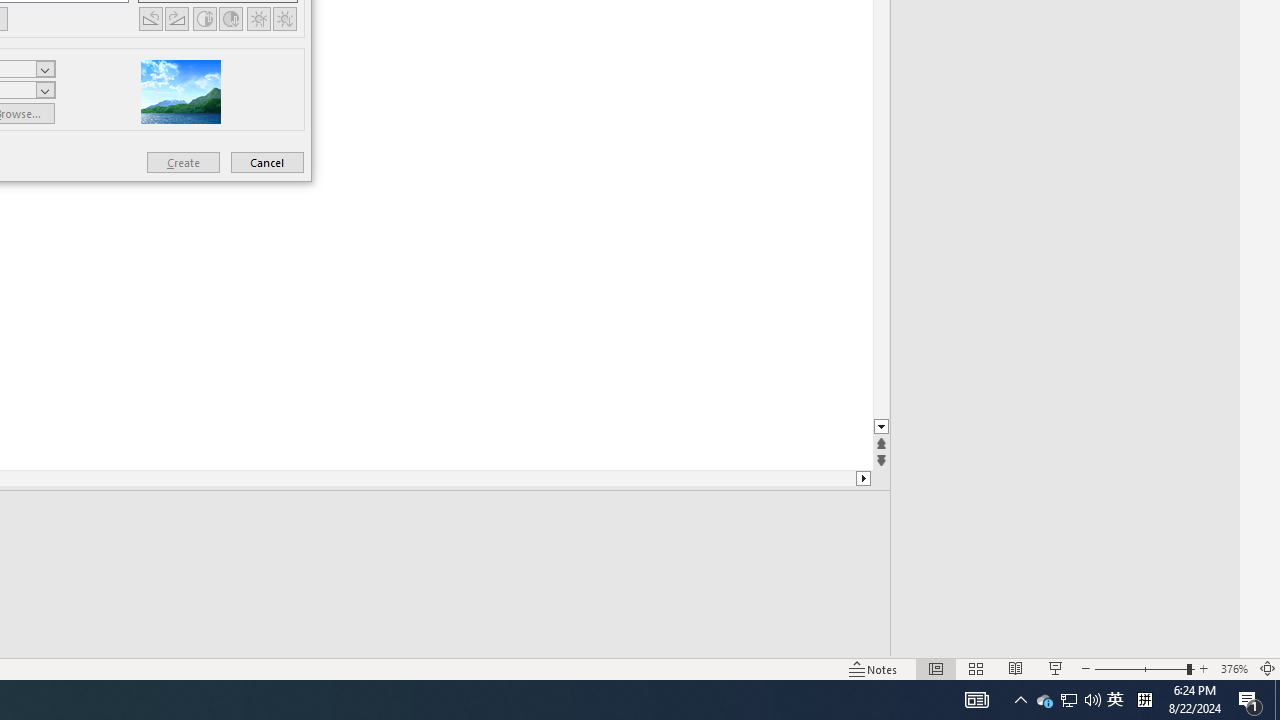  I want to click on 'Less Brightness', so click(283, 18).